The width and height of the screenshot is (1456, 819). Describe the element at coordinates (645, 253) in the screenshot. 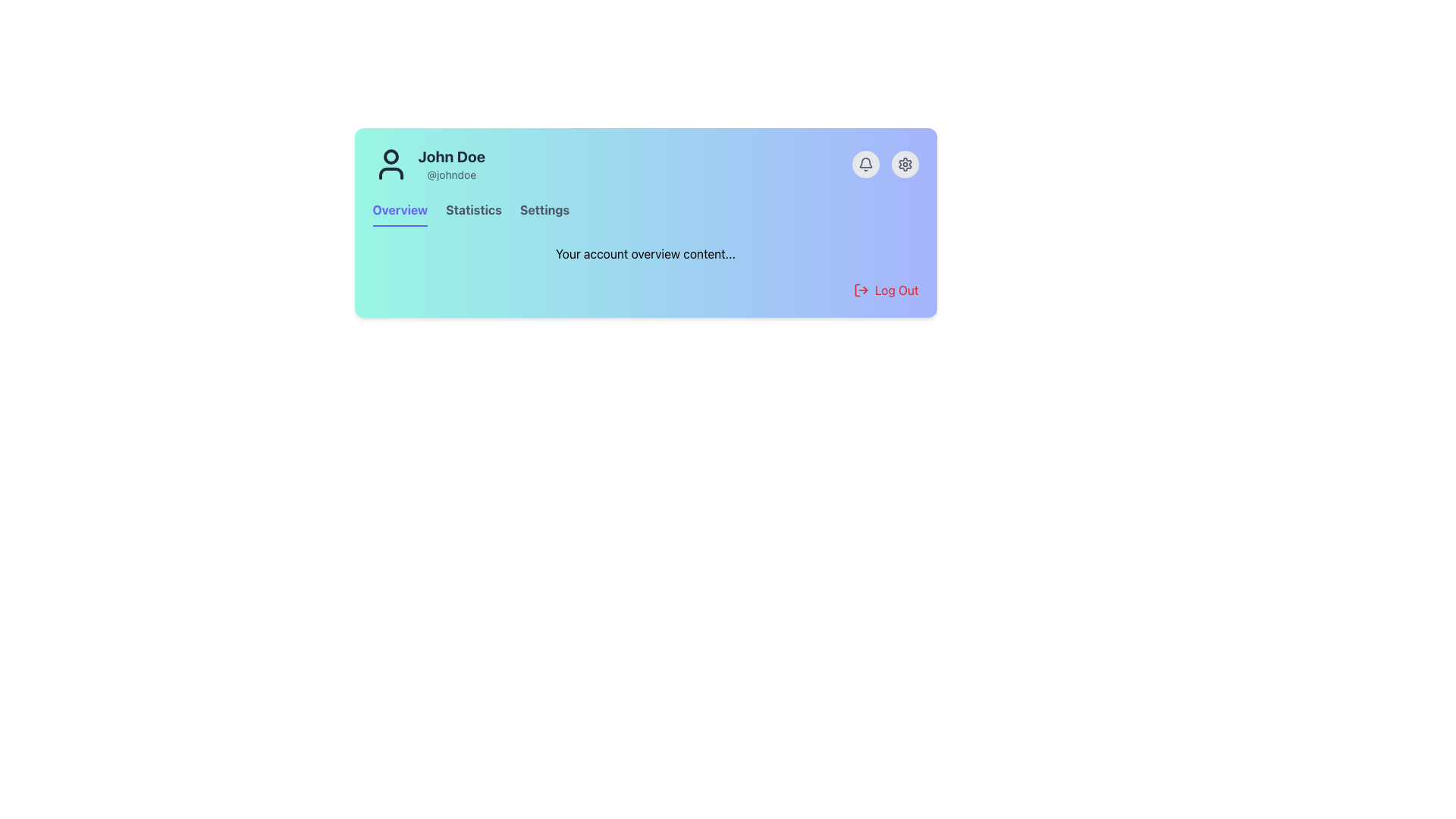

I see `the text element displaying 'Your account overview content...' in black on a gradient background, located below the navigation tabs` at that location.